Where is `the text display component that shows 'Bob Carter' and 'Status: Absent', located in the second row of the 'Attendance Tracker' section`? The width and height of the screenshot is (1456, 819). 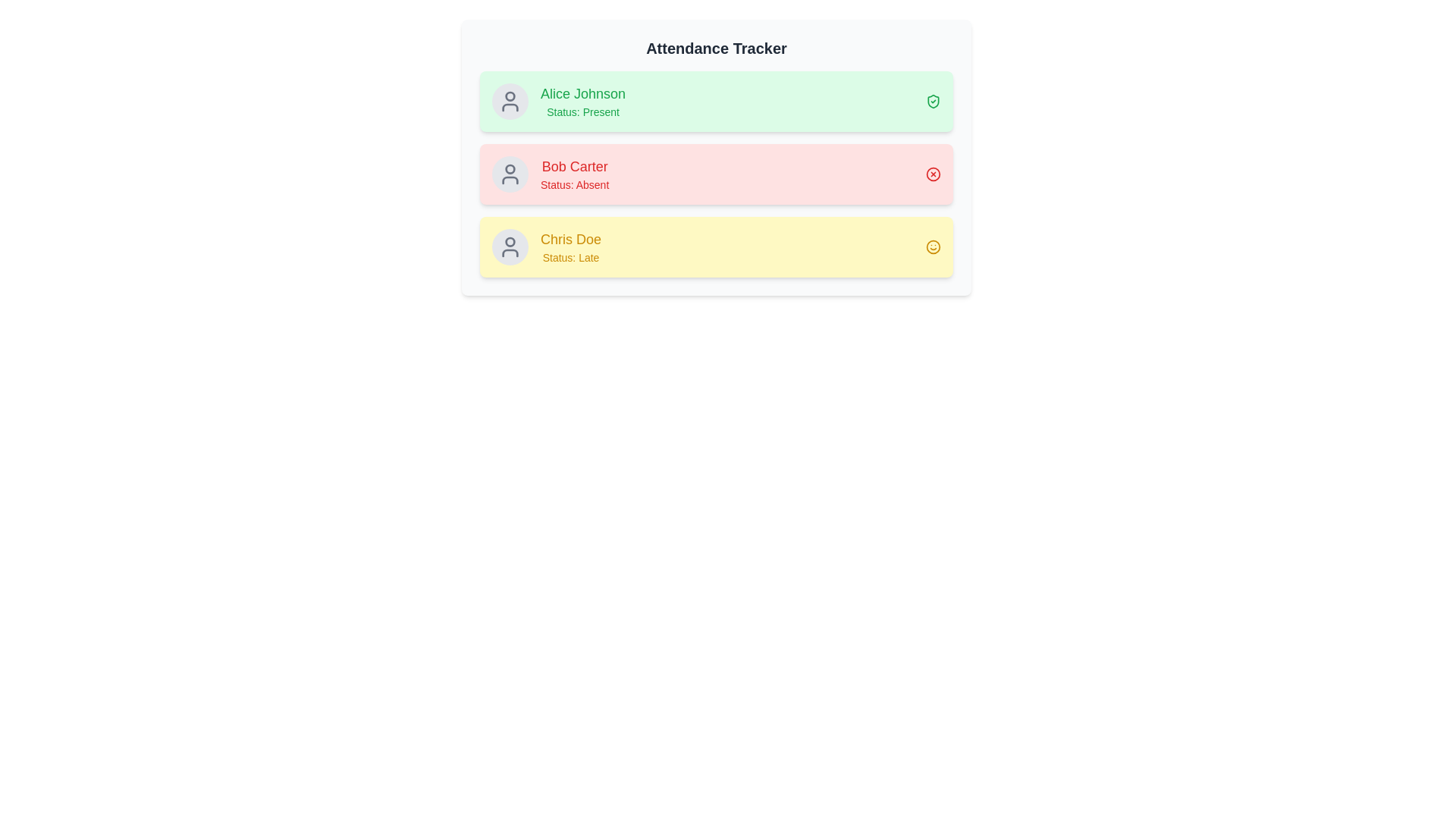 the text display component that shows 'Bob Carter' and 'Status: Absent', located in the second row of the 'Attendance Tracker' section is located at coordinates (574, 174).